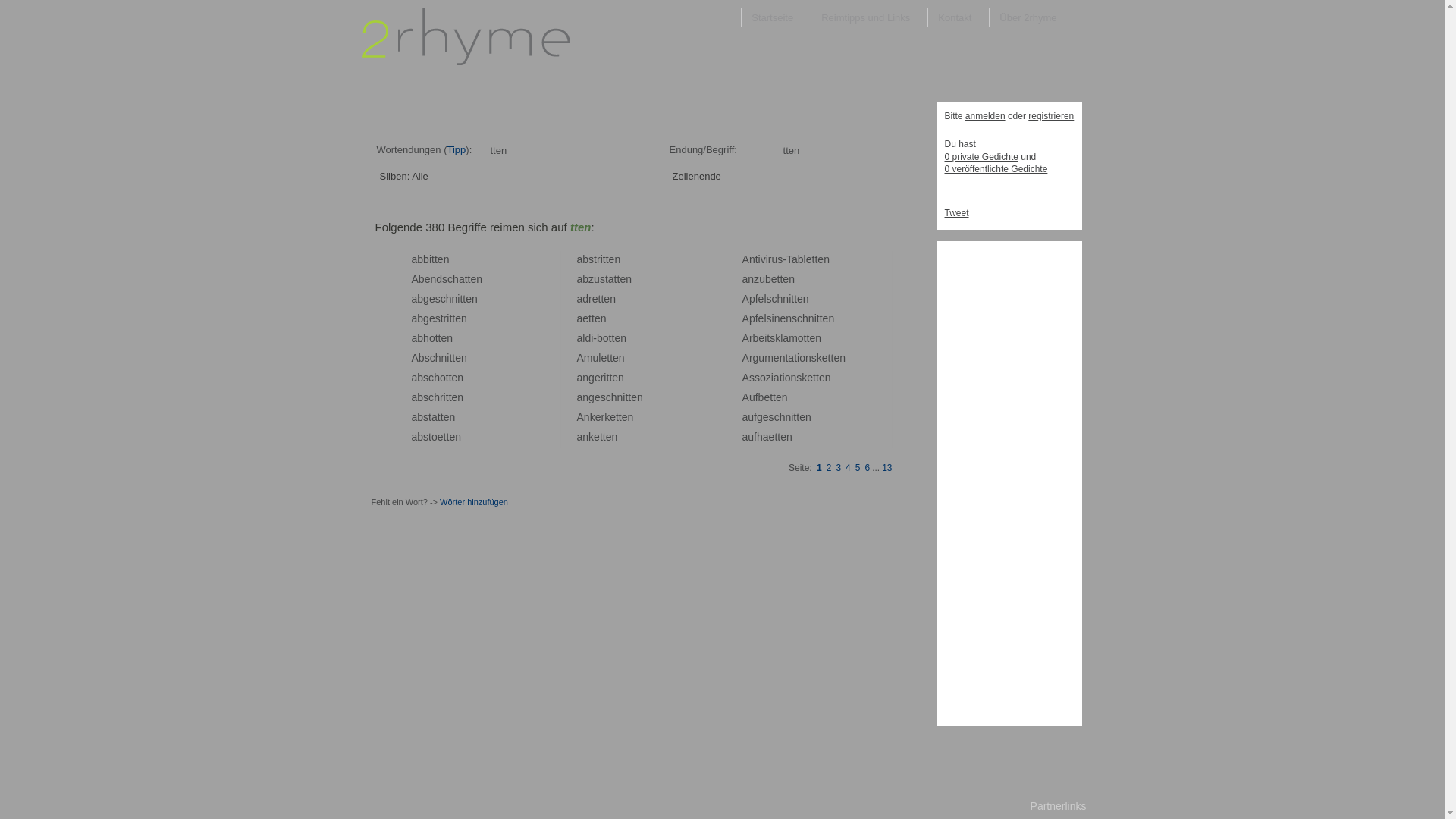 The width and height of the screenshot is (1456, 819). Describe the element at coordinates (944, 157) in the screenshot. I see `'0 private Gedichte'` at that location.